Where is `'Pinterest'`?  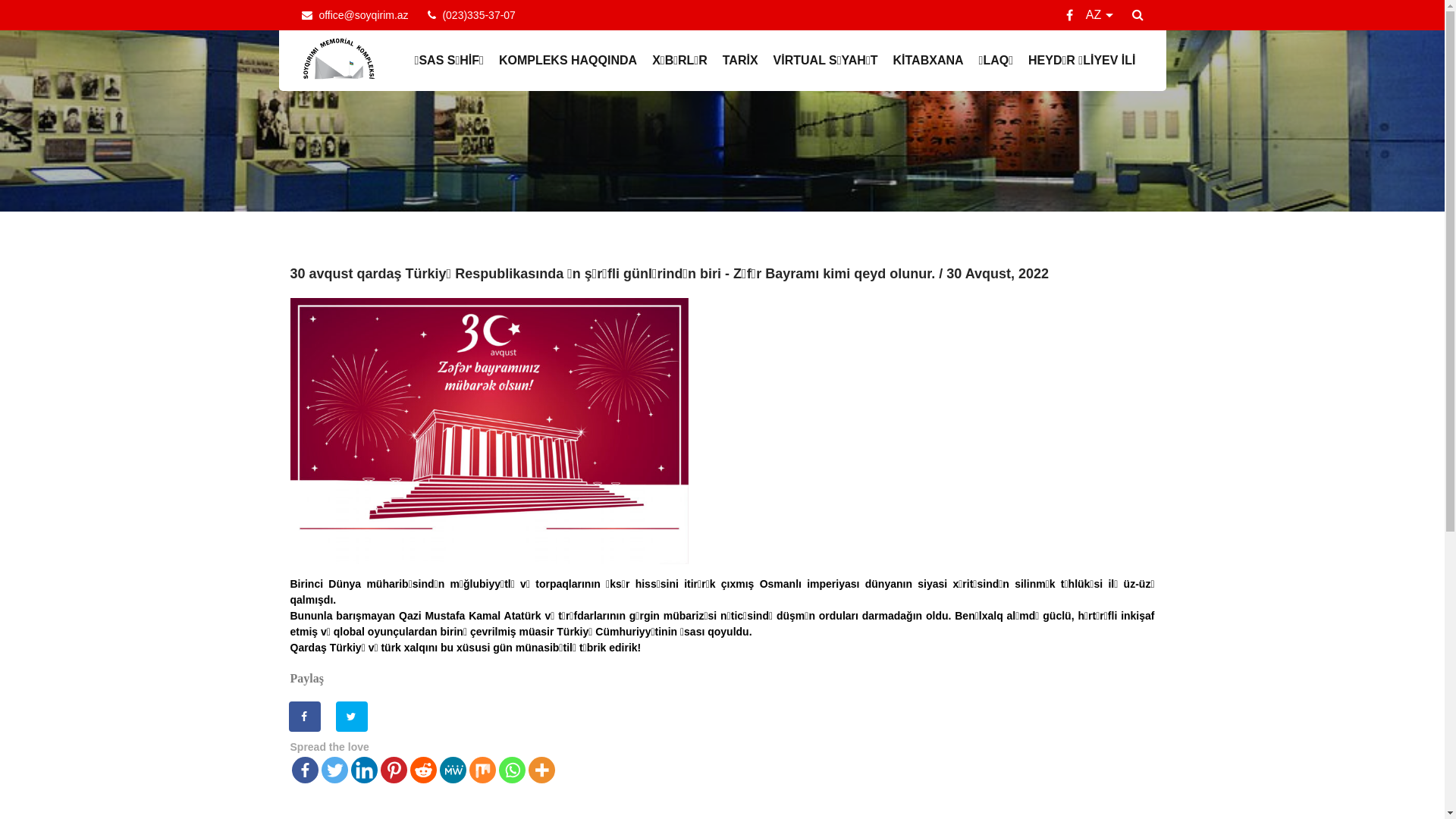 'Pinterest' is located at coordinates (394, 770).